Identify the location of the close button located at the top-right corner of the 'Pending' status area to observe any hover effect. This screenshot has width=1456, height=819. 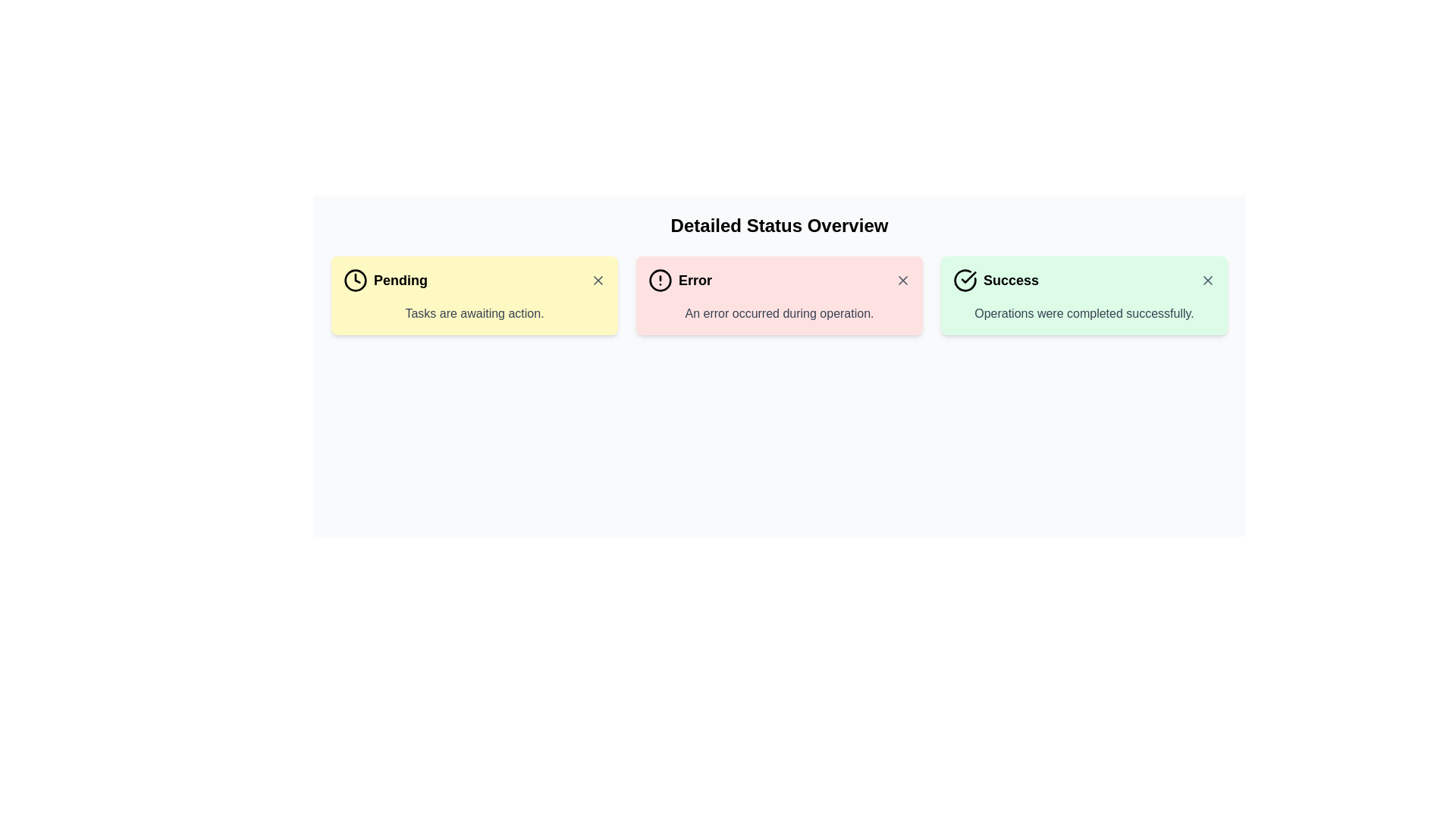
(597, 281).